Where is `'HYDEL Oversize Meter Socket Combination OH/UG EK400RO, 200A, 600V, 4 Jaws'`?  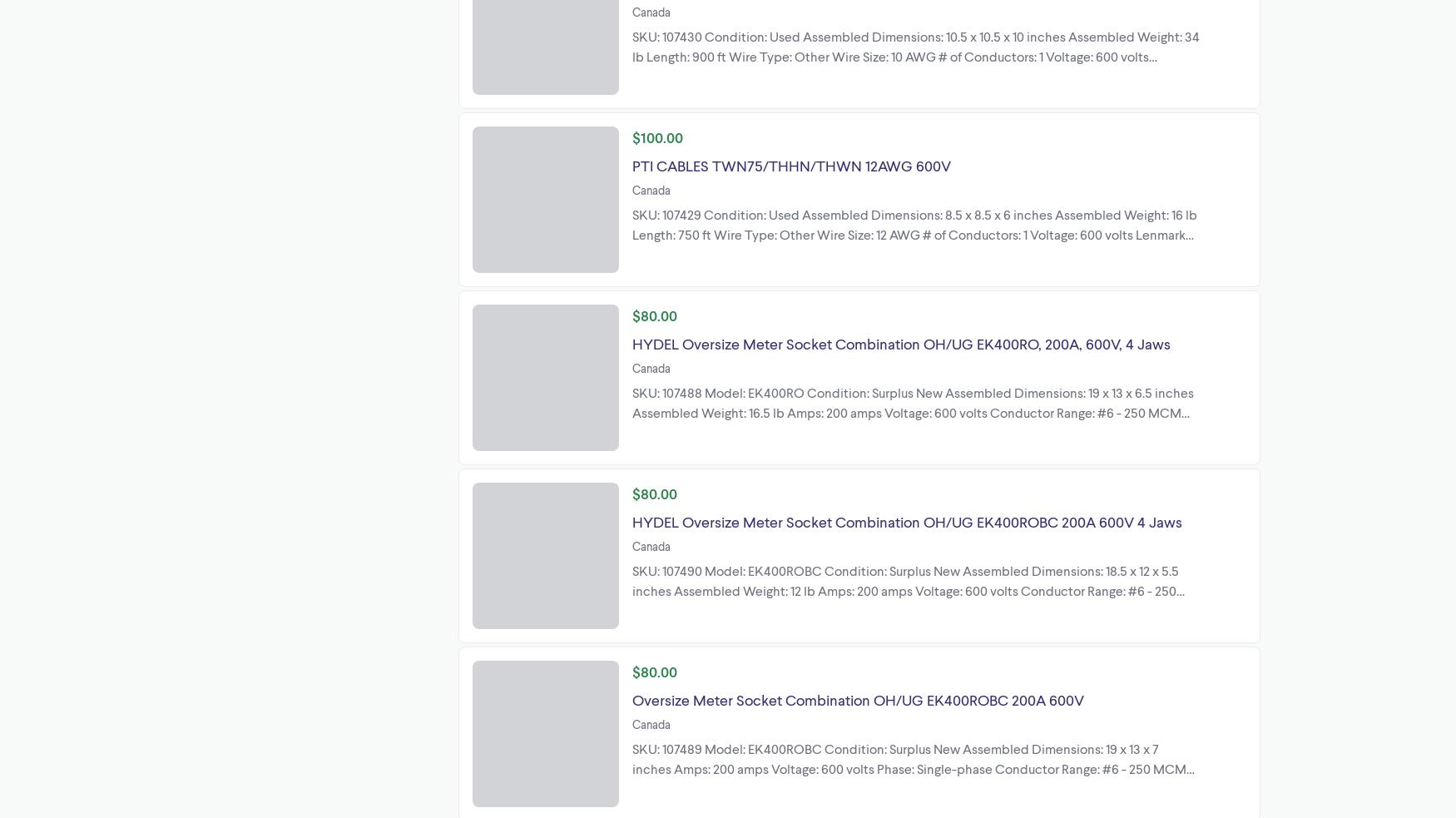
'HYDEL Oversize Meter Socket Combination OH/UG EK400RO, 200A, 600V, 4 Jaws' is located at coordinates (901, 341).